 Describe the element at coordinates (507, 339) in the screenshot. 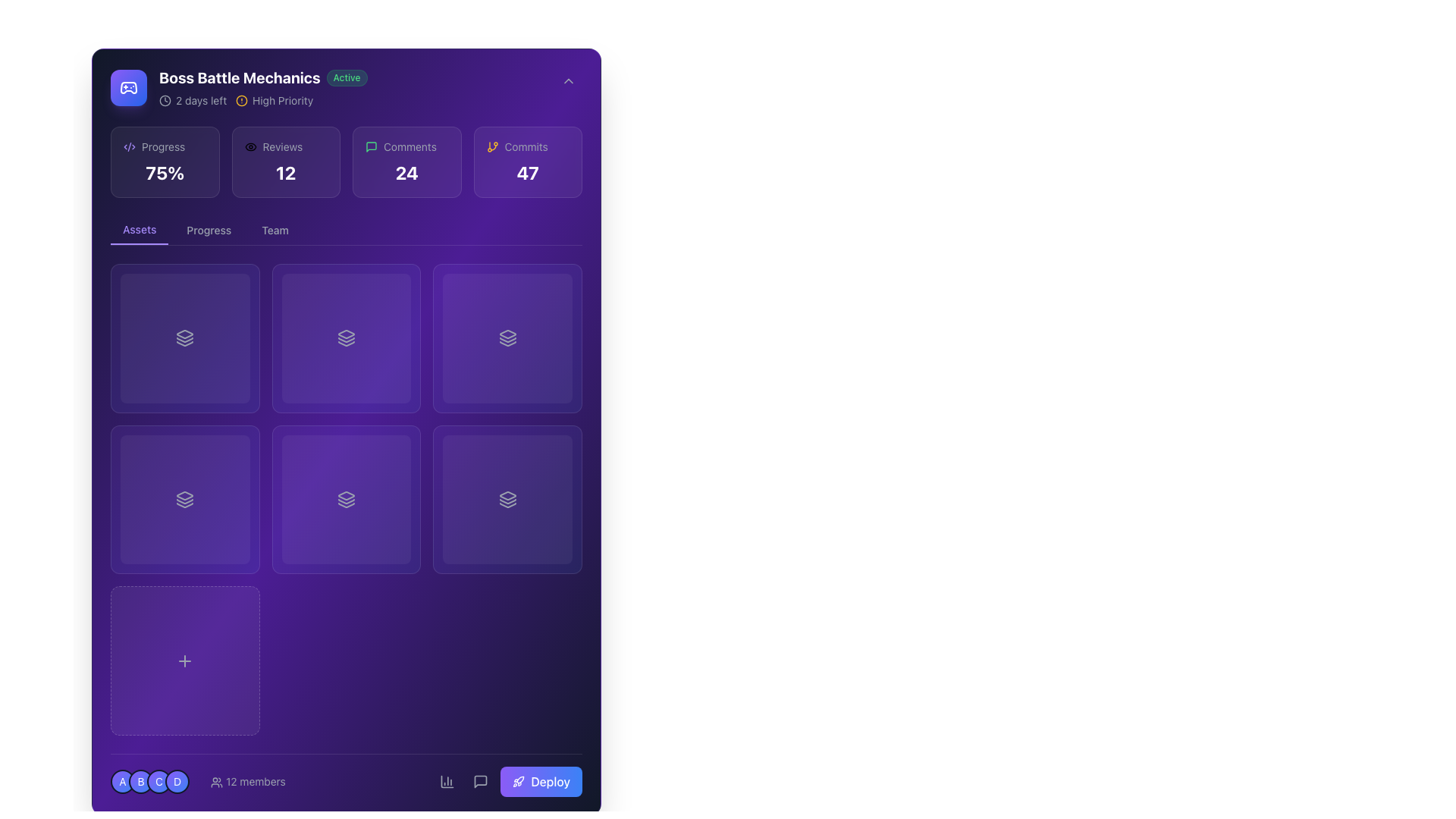

I see `the middle icon in a group of three stacked icons within a grid layout that signifies an intermediate state or level` at that location.